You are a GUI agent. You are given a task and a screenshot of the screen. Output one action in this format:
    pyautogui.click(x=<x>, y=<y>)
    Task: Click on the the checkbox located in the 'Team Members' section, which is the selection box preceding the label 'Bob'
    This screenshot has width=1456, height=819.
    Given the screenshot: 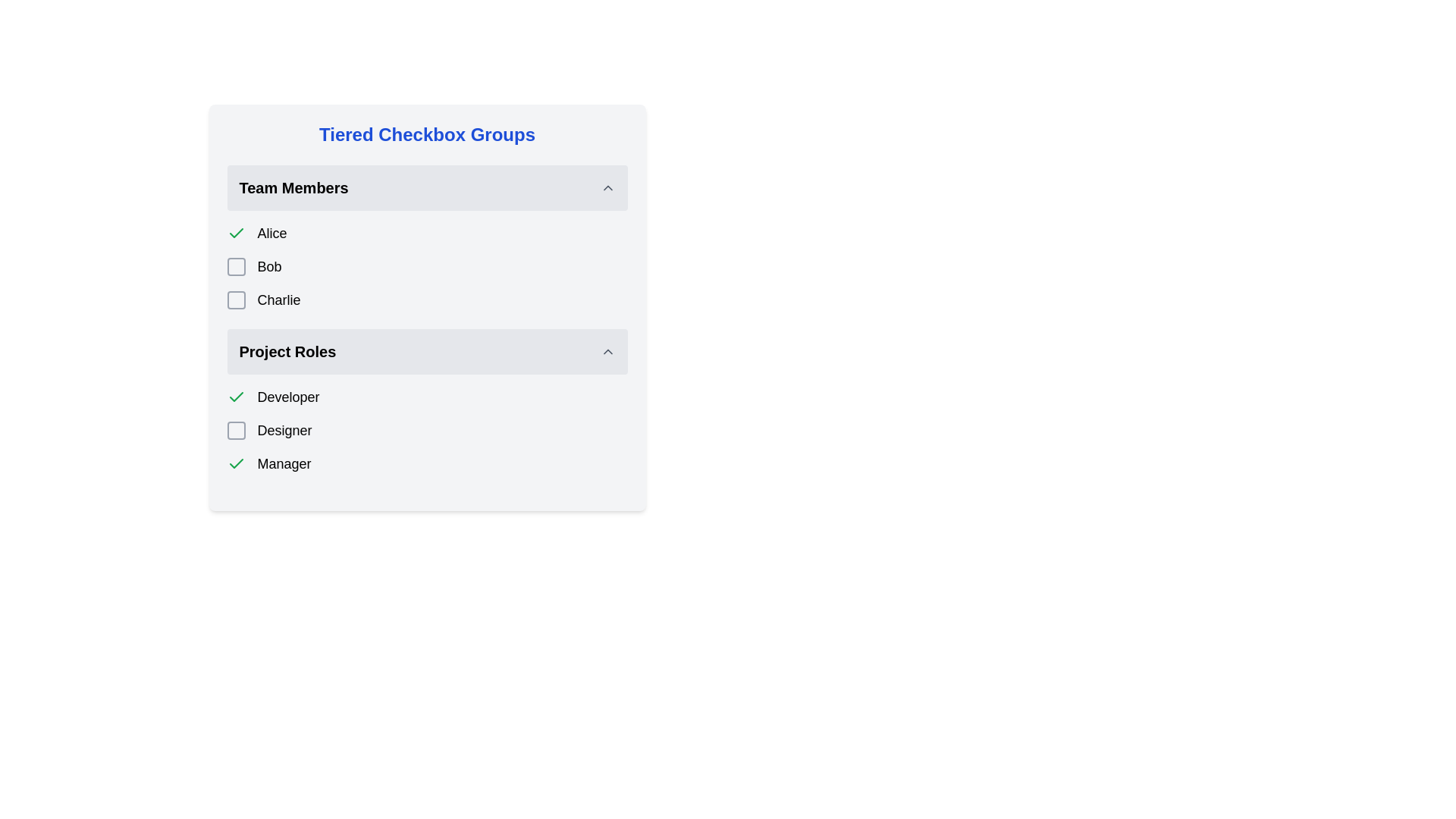 What is the action you would take?
    pyautogui.click(x=235, y=265)
    